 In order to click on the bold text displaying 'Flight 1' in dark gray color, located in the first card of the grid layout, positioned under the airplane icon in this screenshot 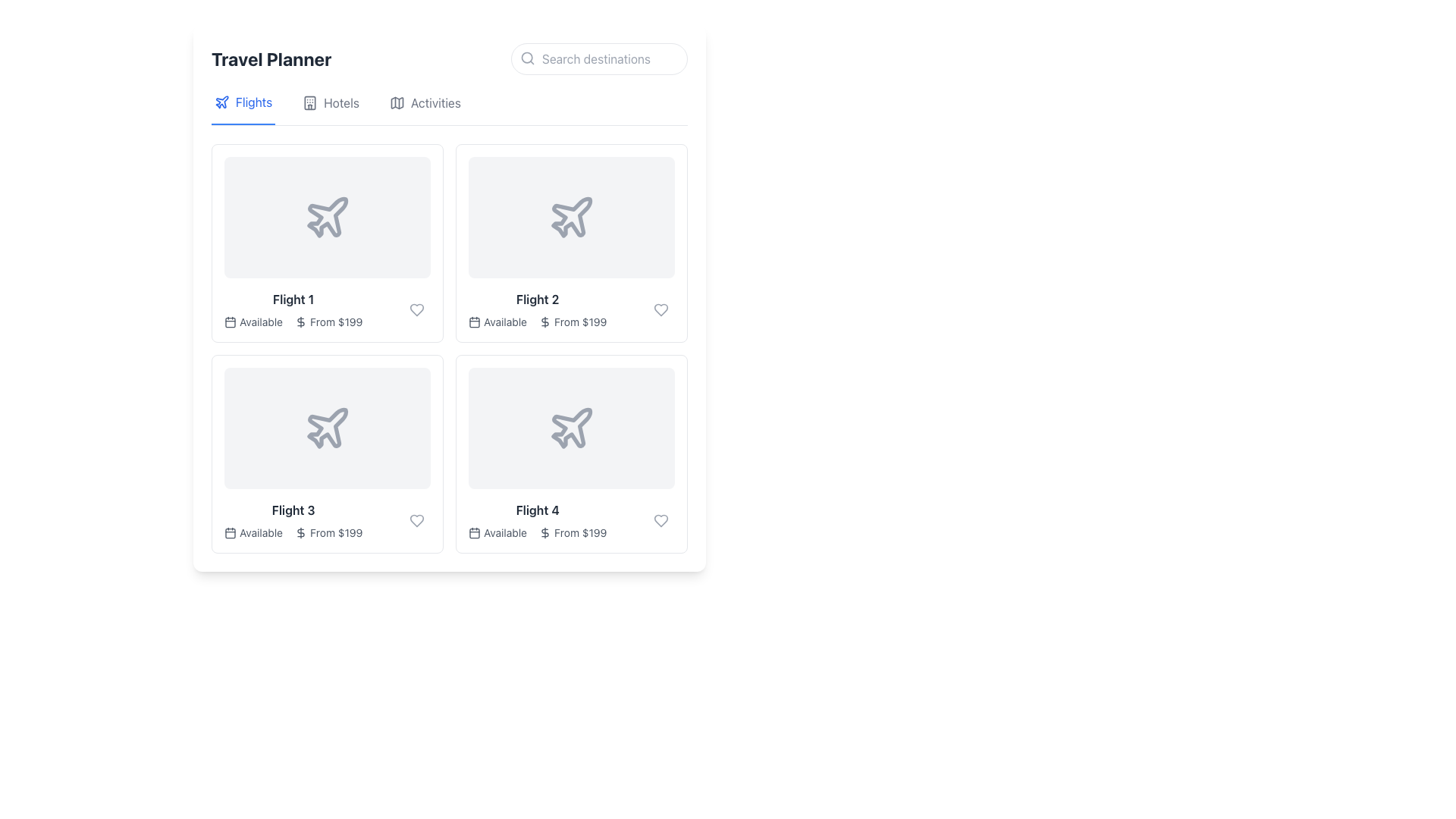, I will do `click(293, 299)`.